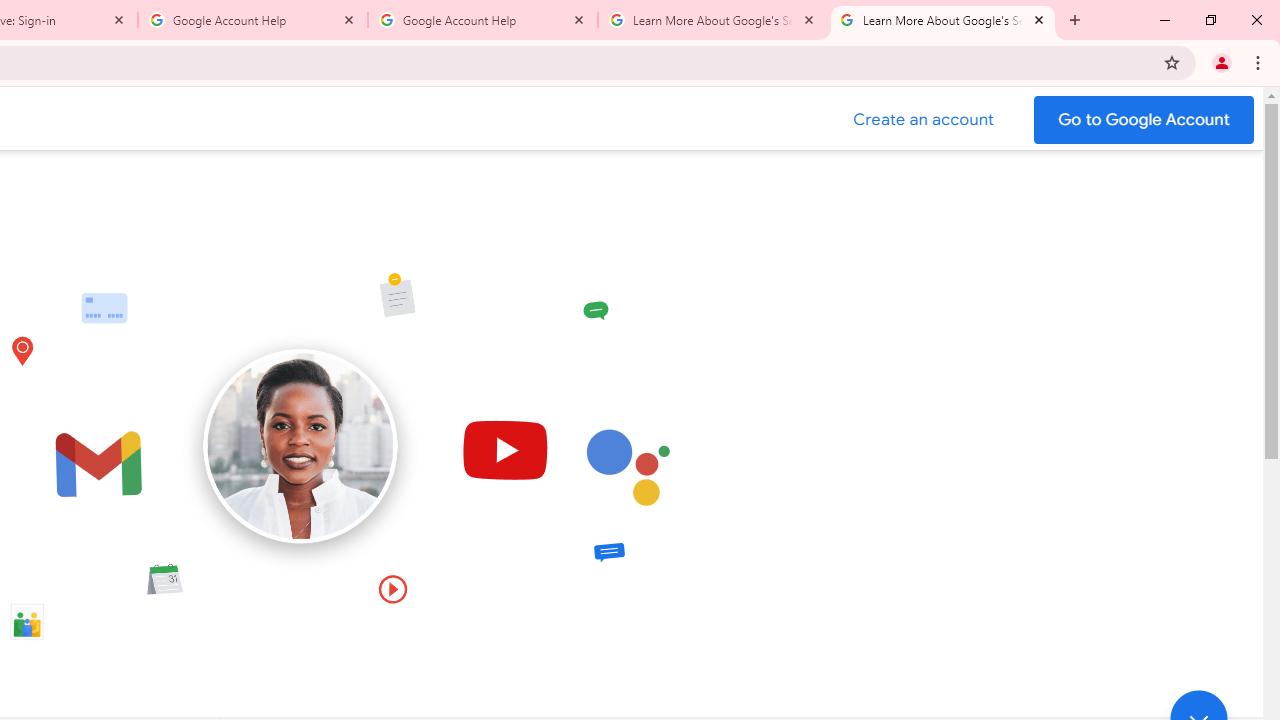 The height and width of the screenshot is (720, 1280). What do you see at coordinates (923, 119) in the screenshot?
I see `'Create a Google Account'` at bounding box center [923, 119].